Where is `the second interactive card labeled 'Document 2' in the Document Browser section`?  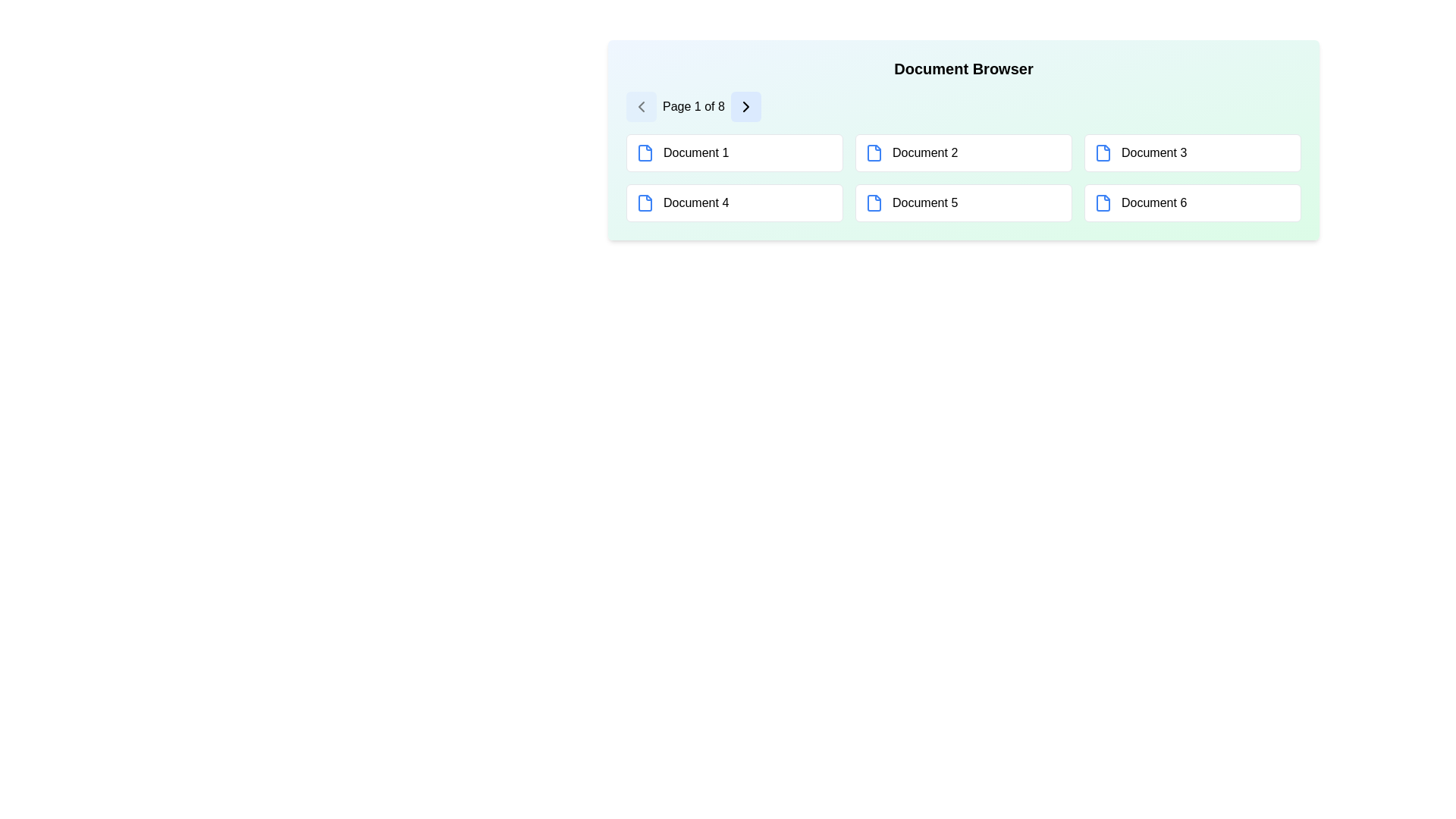 the second interactive card labeled 'Document 2' in the Document Browser section is located at coordinates (963, 152).